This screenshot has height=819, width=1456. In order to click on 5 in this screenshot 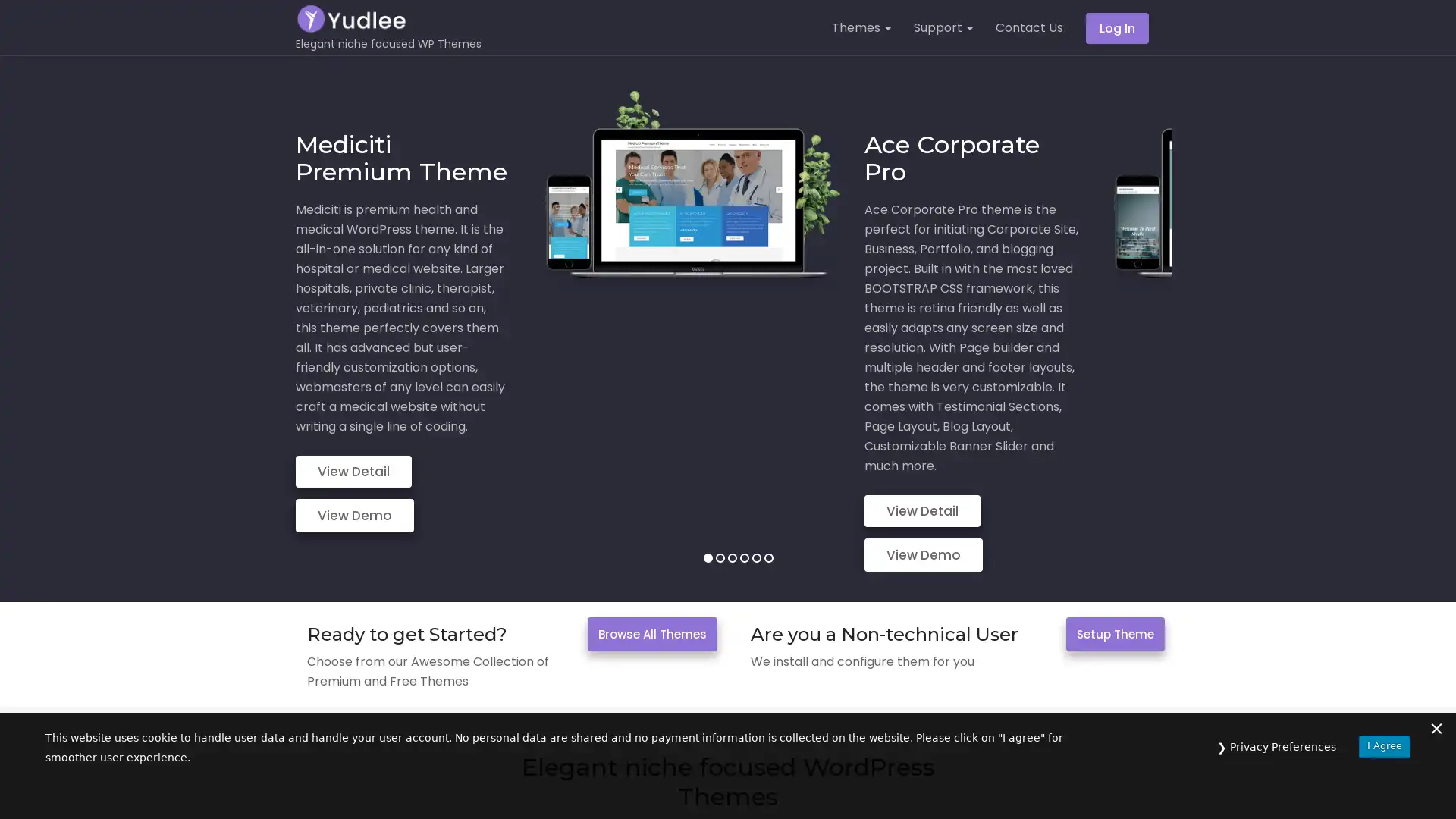, I will do `click(756, 451)`.